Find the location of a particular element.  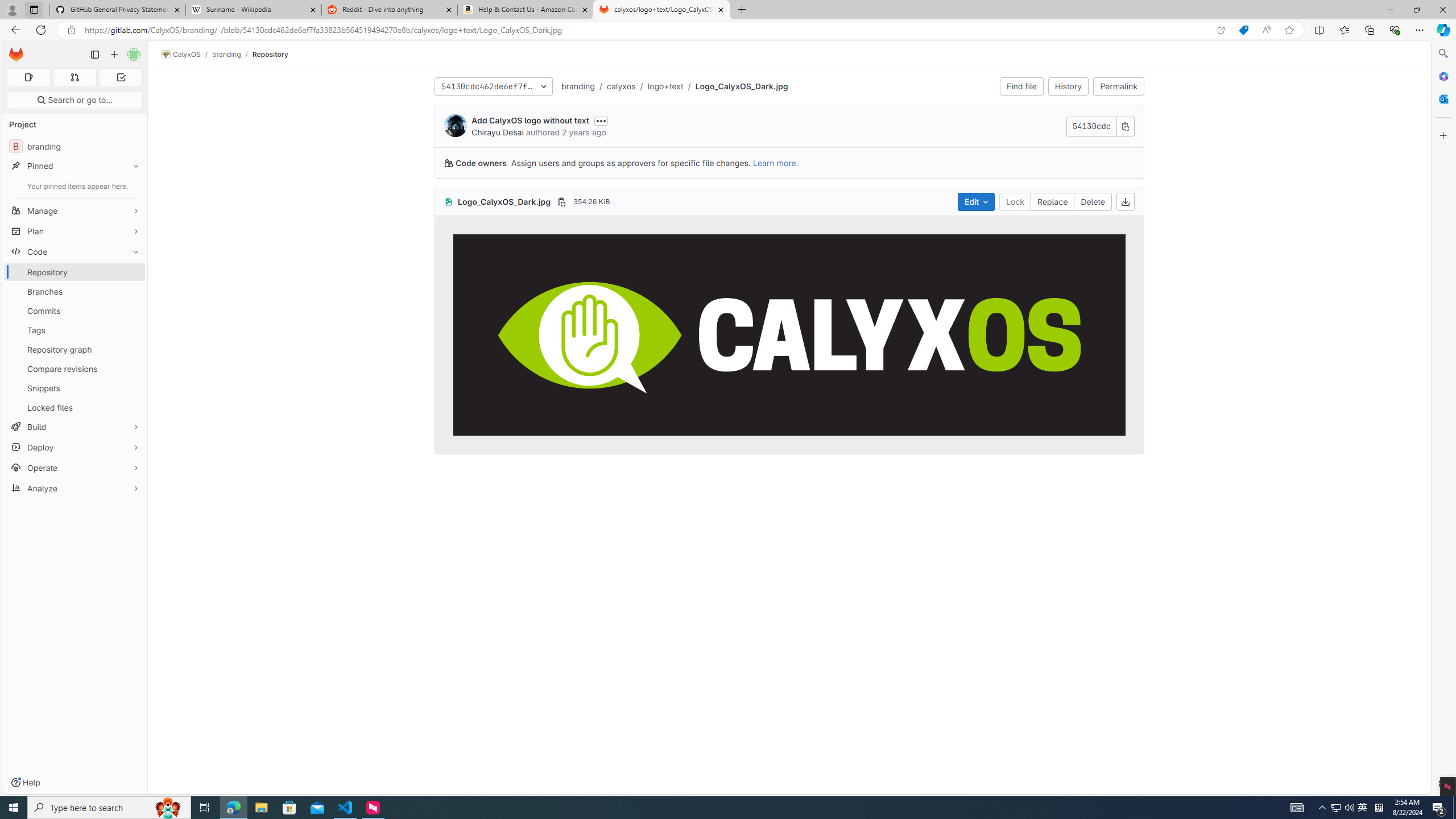

'Assigned issues 0' is located at coordinates (28, 77).